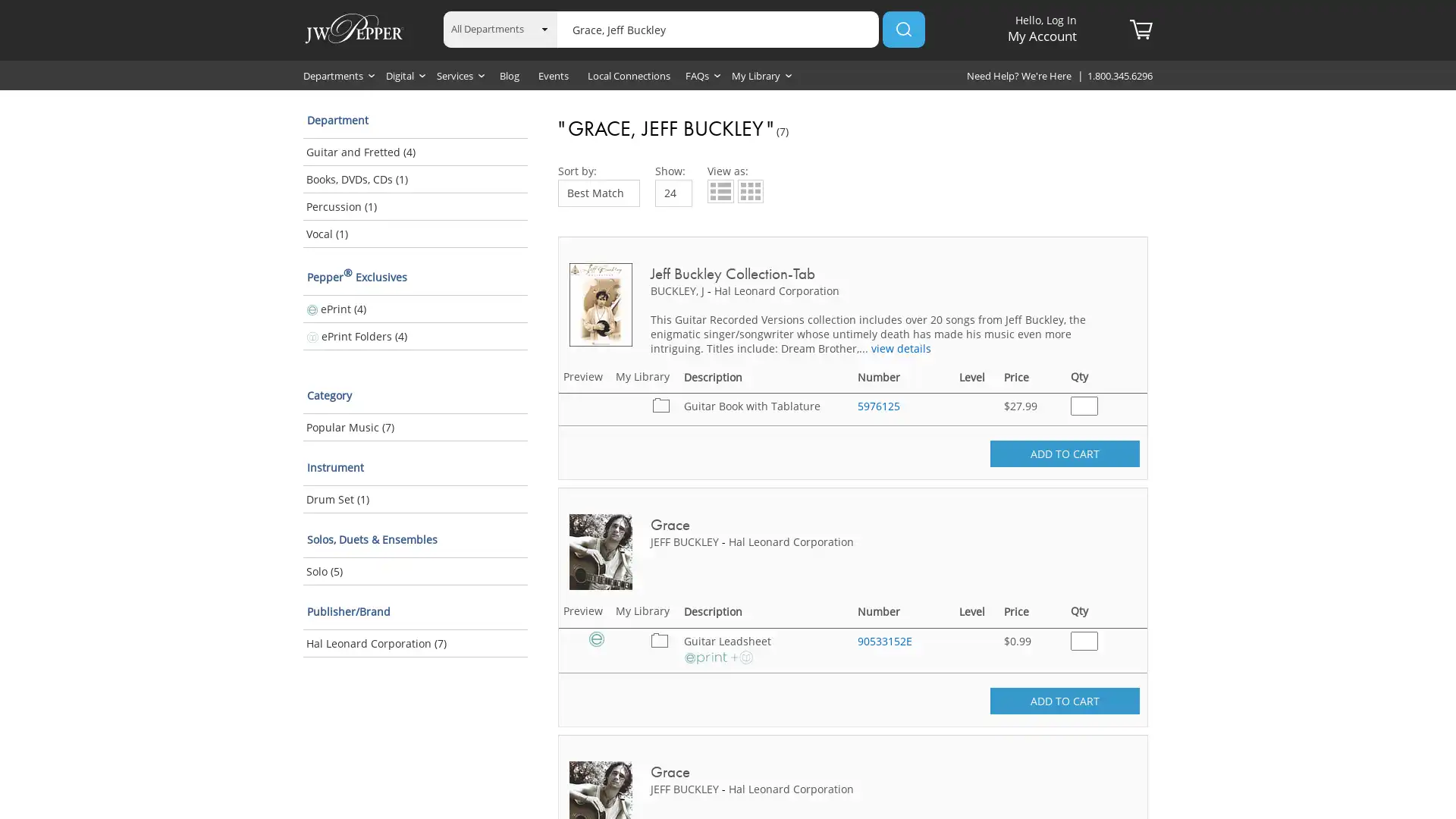 The width and height of the screenshot is (1456, 819). Describe the element at coordinates (1064, 700) in the screenshot. I see `ADD TO CART` at that location.